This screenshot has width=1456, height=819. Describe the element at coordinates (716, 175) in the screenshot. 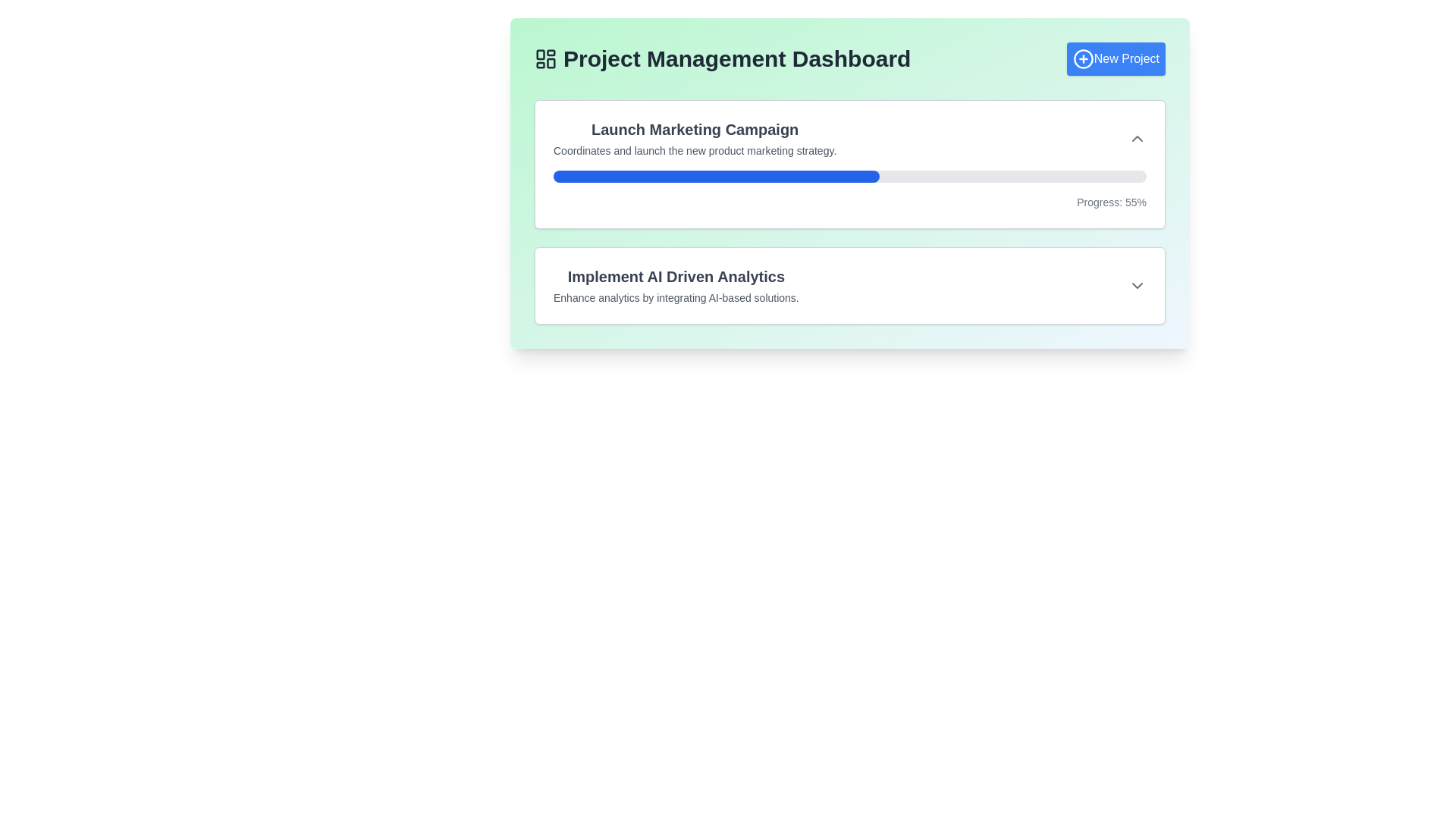

I see `the blue progress bar indicator representing the completion of the 'Launch Marketing Campaign' task, located within the dashboard's top task box` at that location.